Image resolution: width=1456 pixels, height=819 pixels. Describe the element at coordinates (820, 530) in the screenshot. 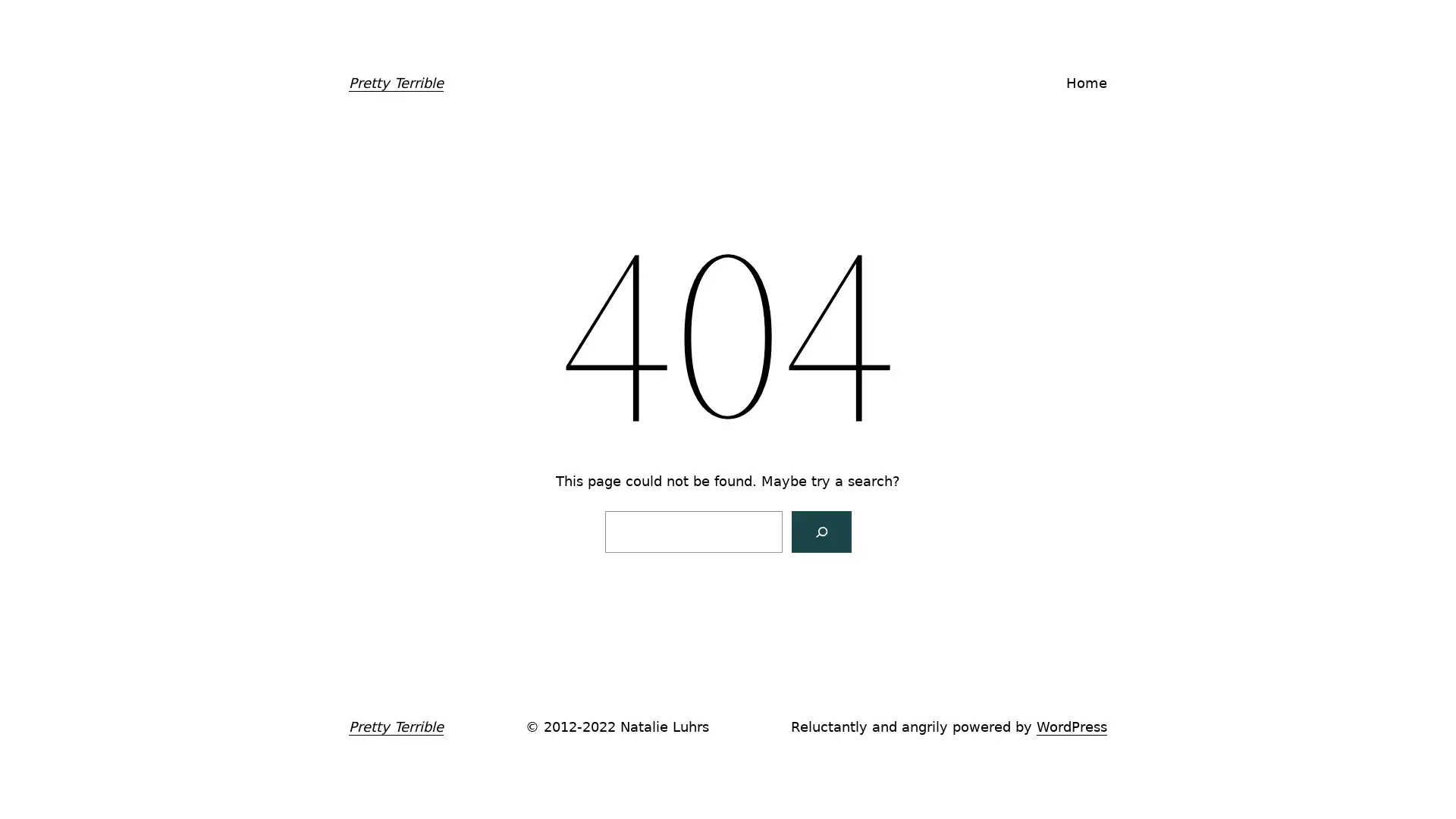

I see `Search` at that location.